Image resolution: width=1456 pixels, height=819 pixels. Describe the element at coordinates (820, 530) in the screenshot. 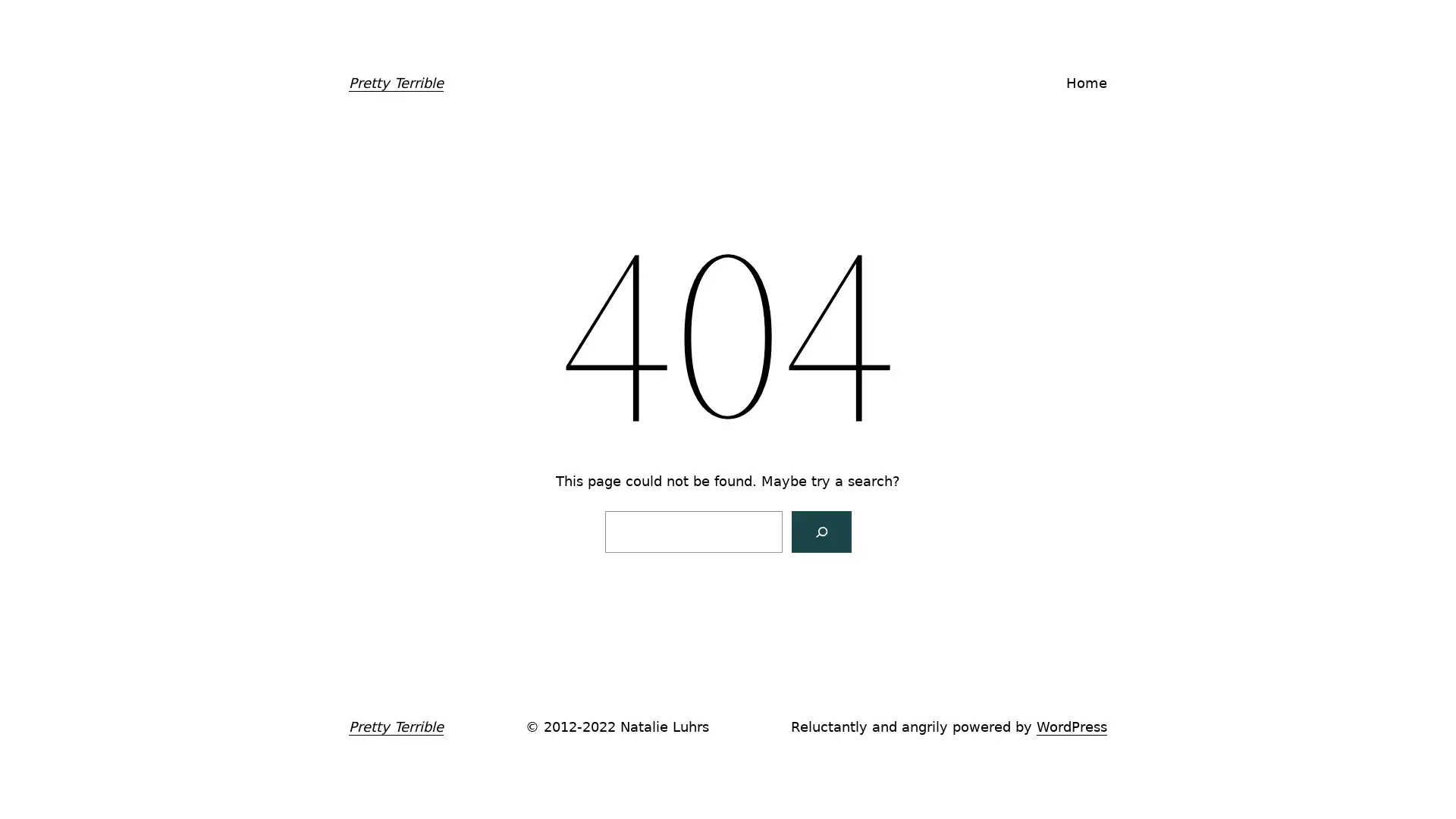

I see `Search` at that location.